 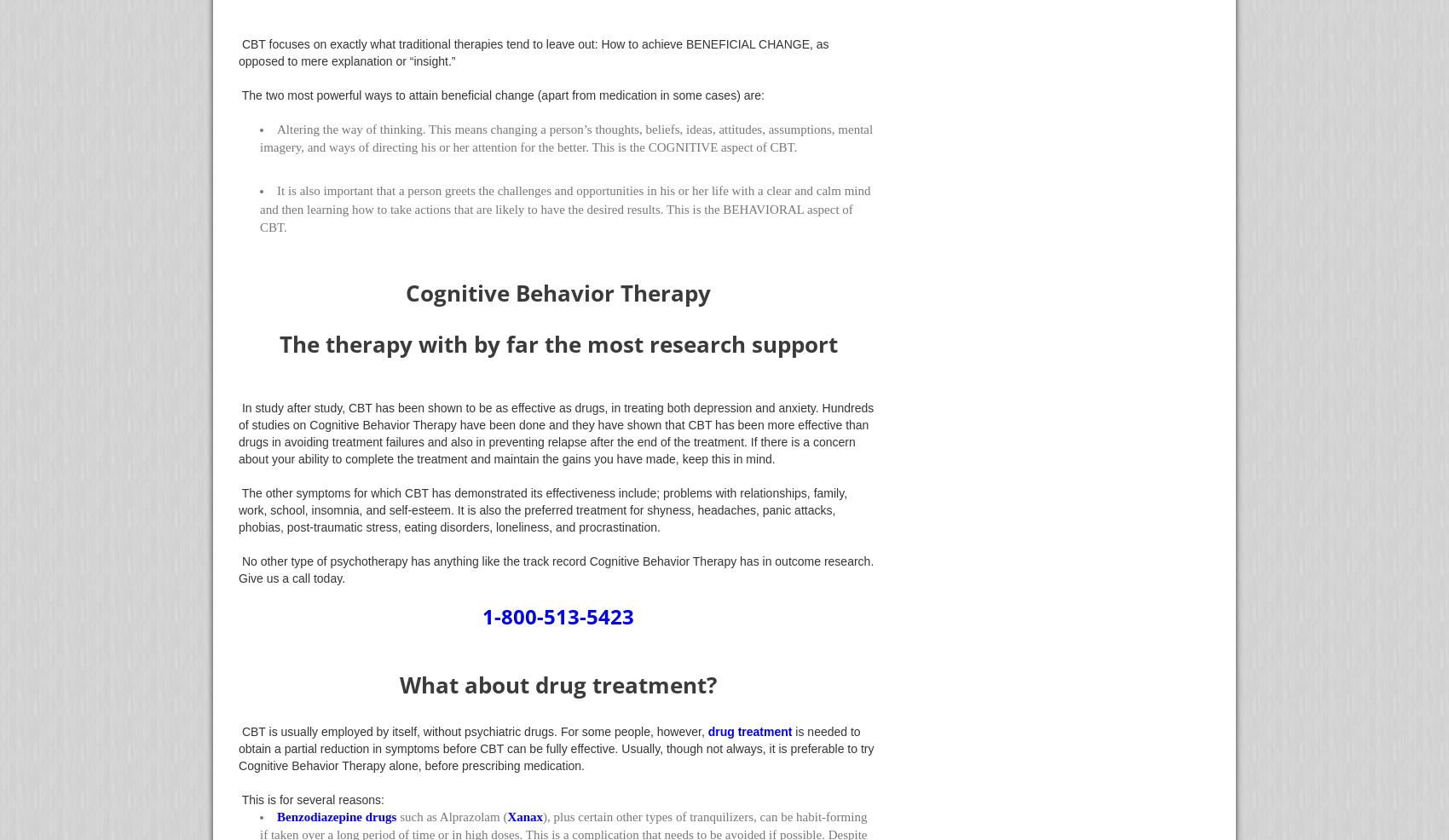 What do you see at coordinates (400, 683) in the screenshot?
I see `'What about drug treatment?'` at bounding box center [400, 683].